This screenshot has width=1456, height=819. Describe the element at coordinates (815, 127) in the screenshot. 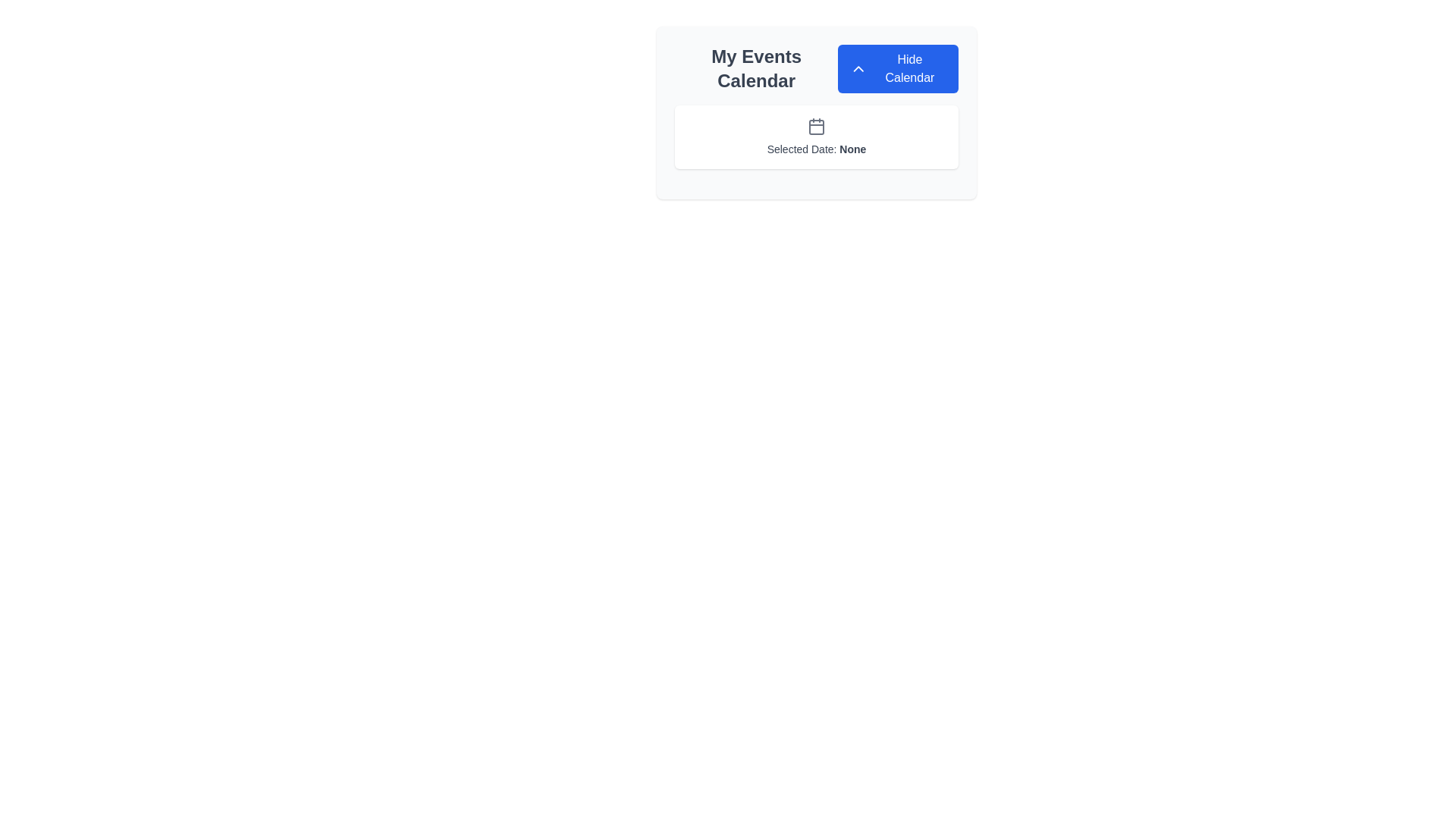

I see `the calendar interface icon located within the central rectangular area of the calendar component` at that location.